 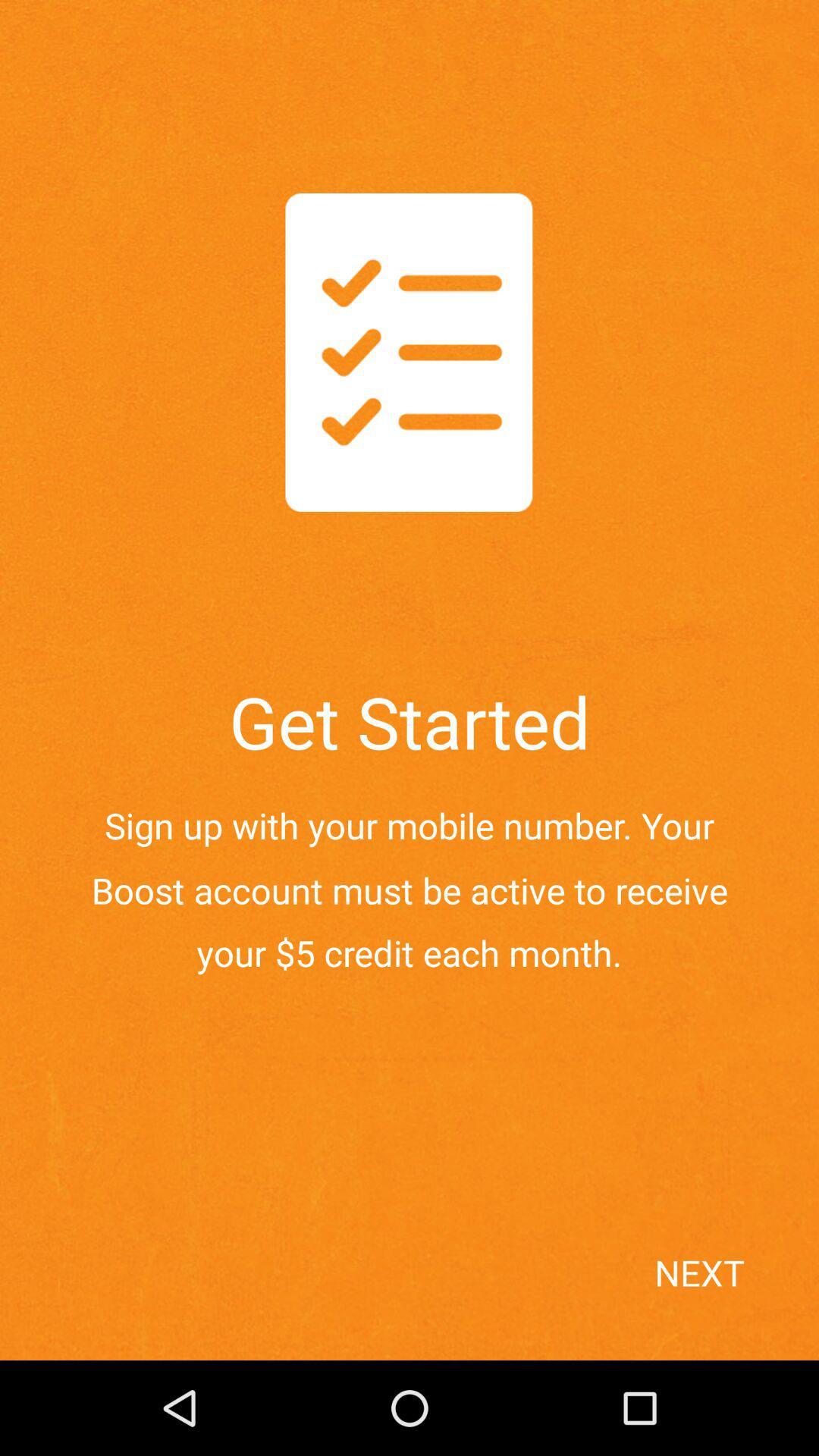 What do you see at coordinates (730, 1299) in the screenshot?
I see `next icon` at bounding box center [730, 1299].